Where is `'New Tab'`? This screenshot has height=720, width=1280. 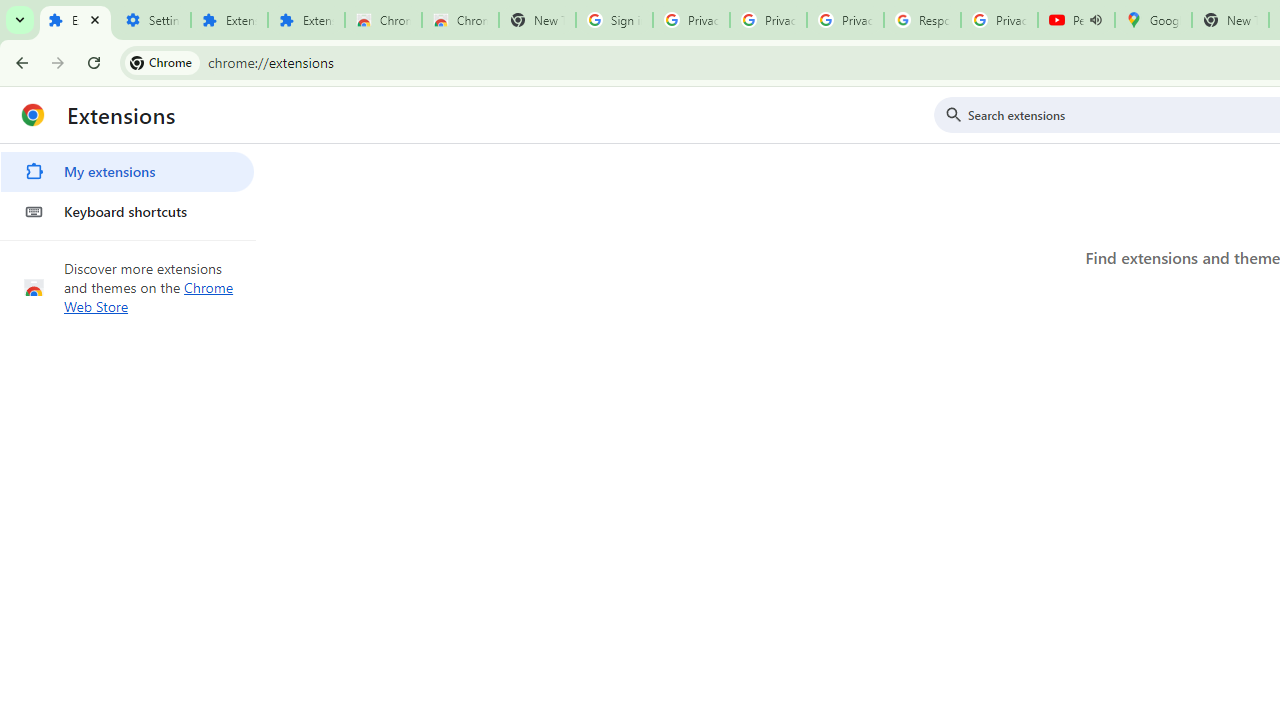 'New Tab' is located at coordinates (537, 20).